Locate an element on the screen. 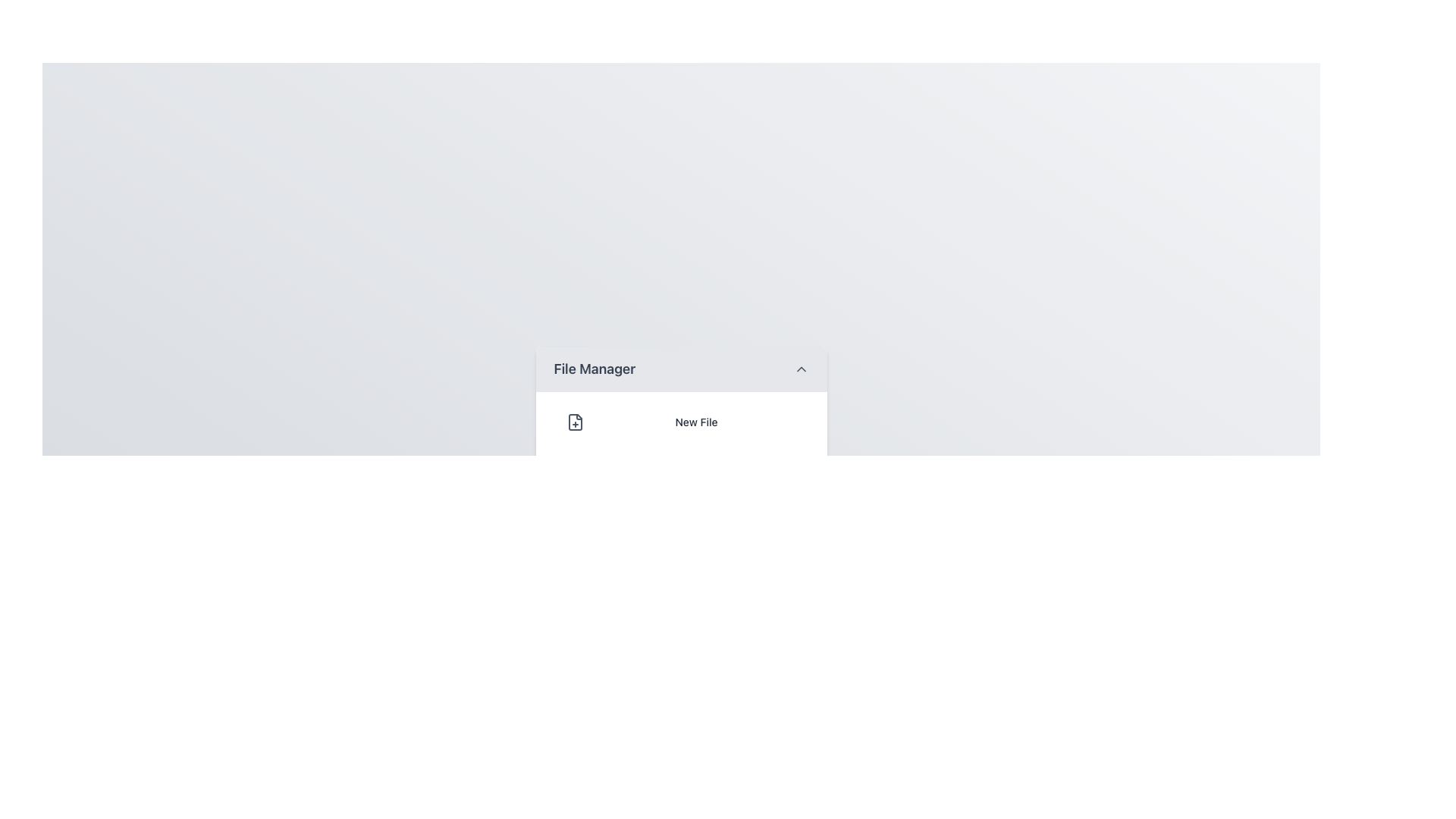 This screenshot has width=1456, height=819. the text label that serves as a title or header for the file management interface, located in the center-left section of a rectangular panel with a light gray background, positioned to the left of an interactive button is located at coordinates (594, 369).